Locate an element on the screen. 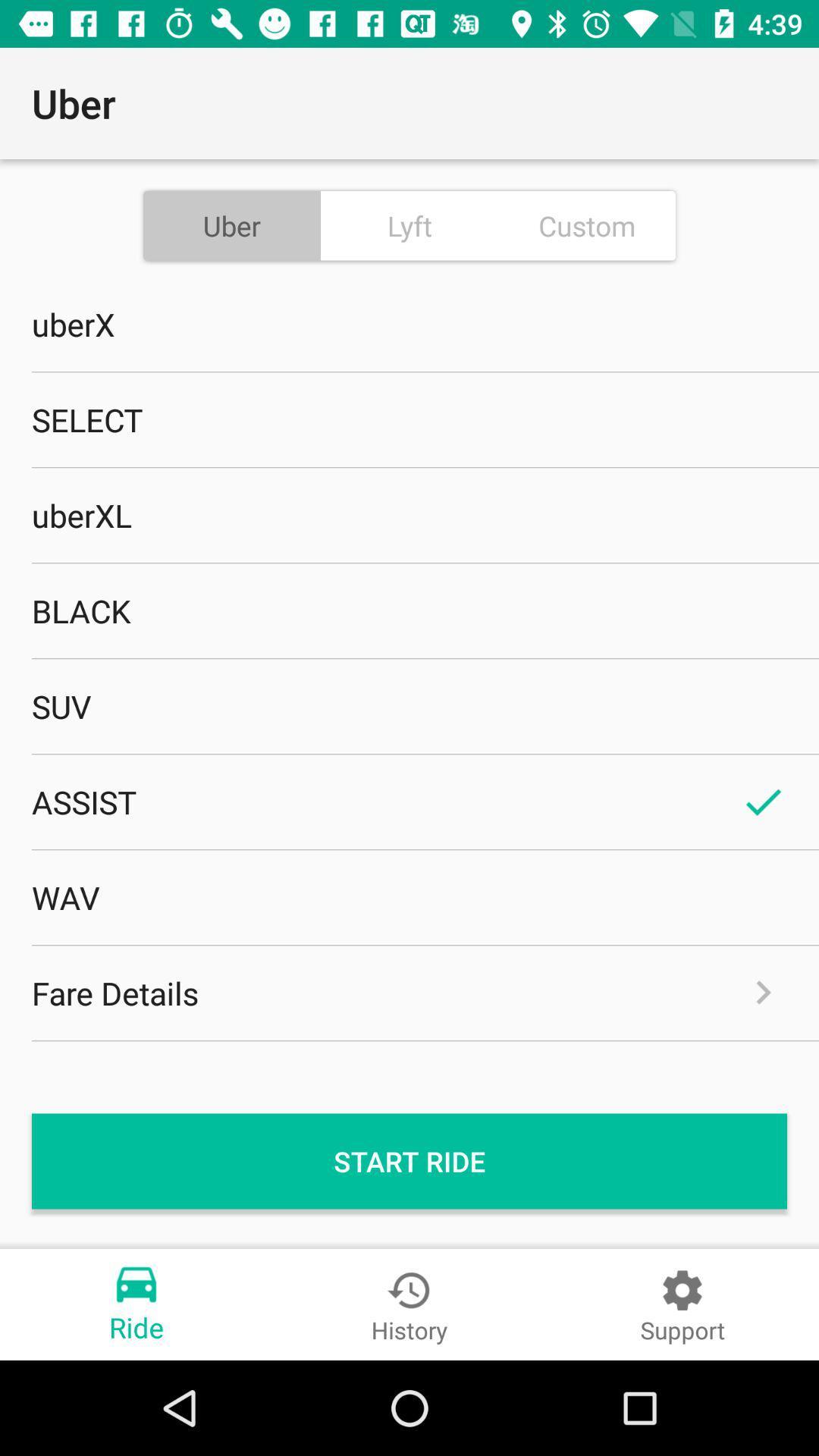  uberx icon is located at coordinates (409, 323).